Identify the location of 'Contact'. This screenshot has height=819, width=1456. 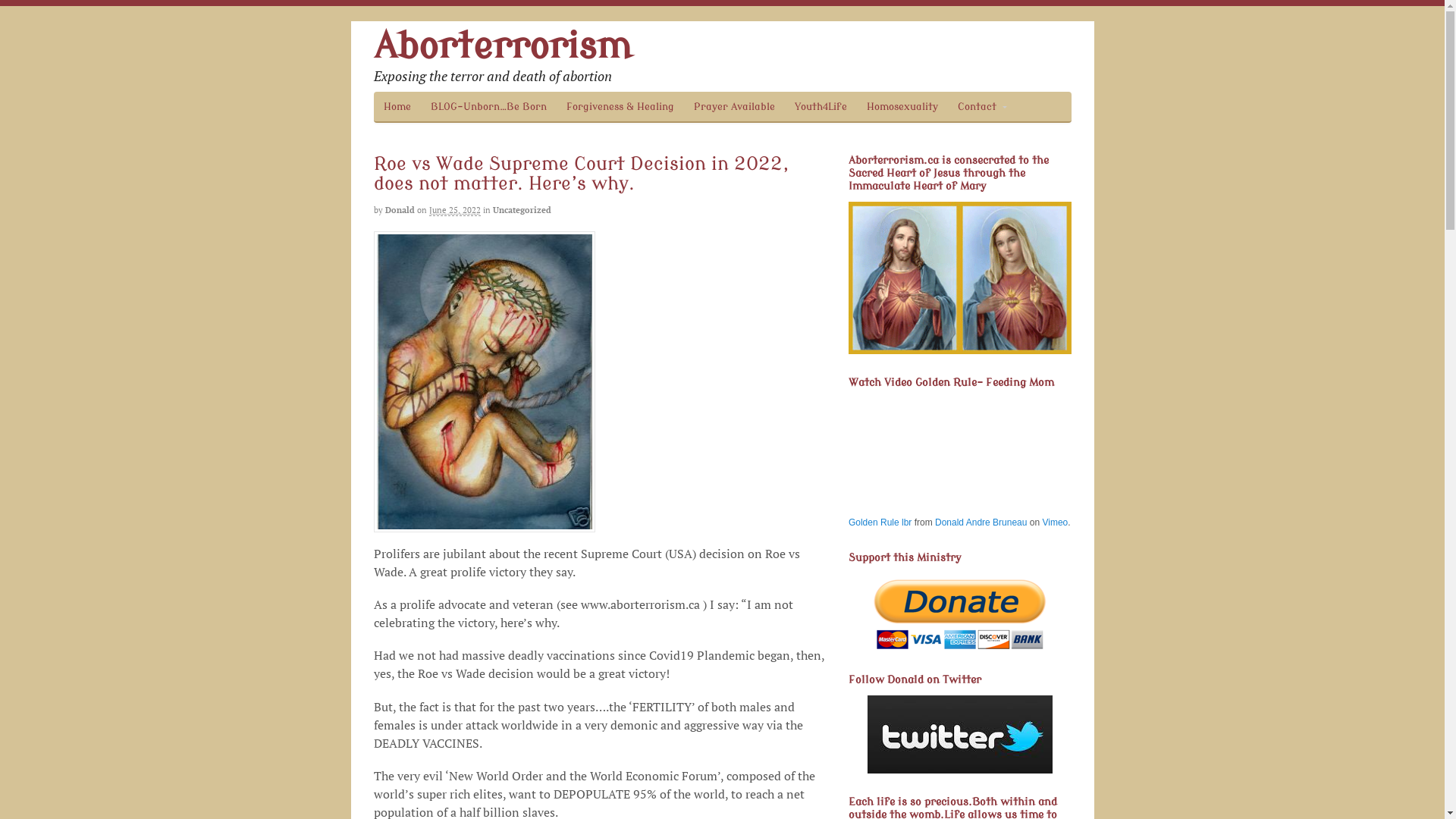
(982, 105).